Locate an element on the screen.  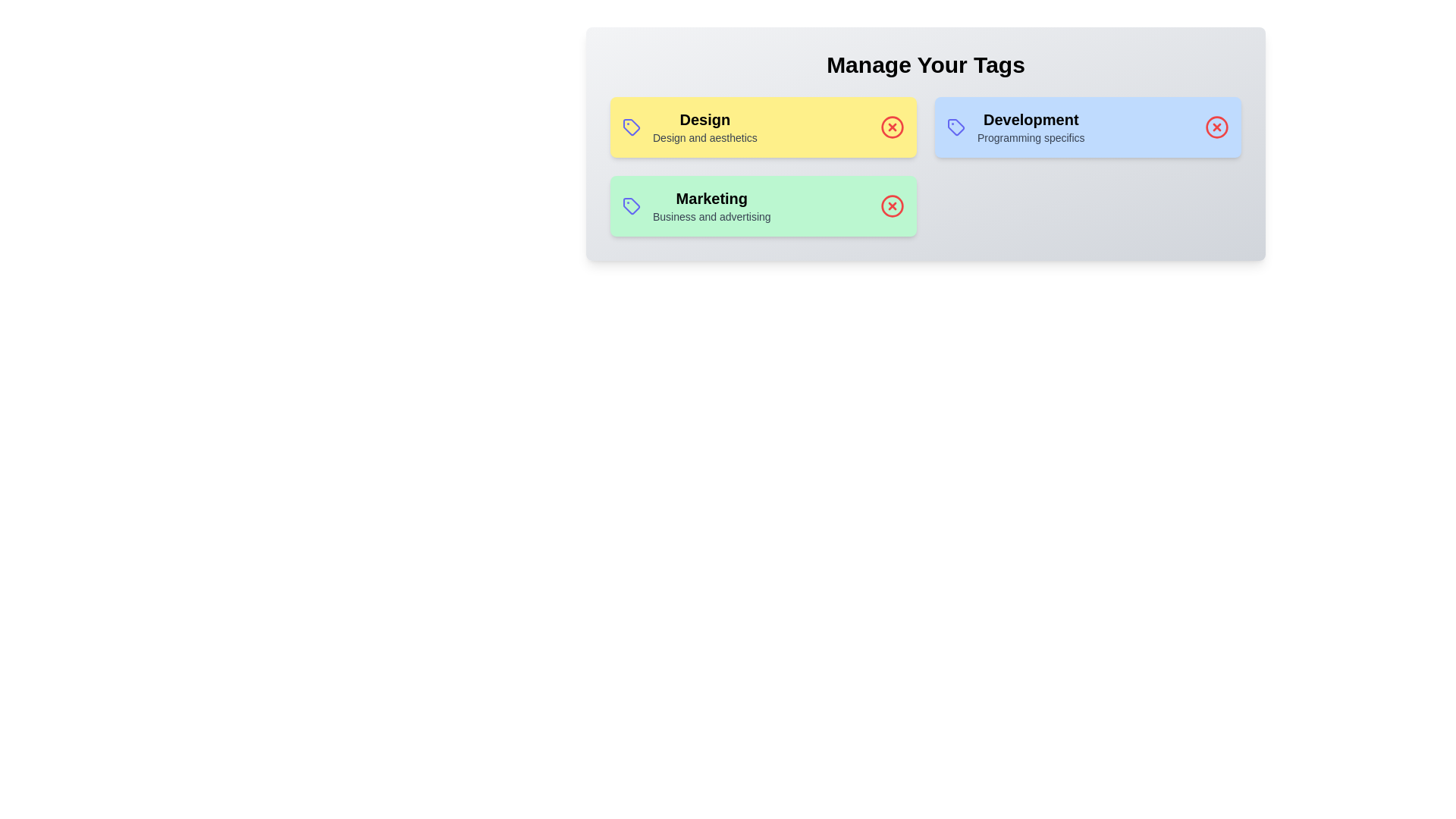
the description of the tag labeled Marketing is located at coordinates (711, 198).